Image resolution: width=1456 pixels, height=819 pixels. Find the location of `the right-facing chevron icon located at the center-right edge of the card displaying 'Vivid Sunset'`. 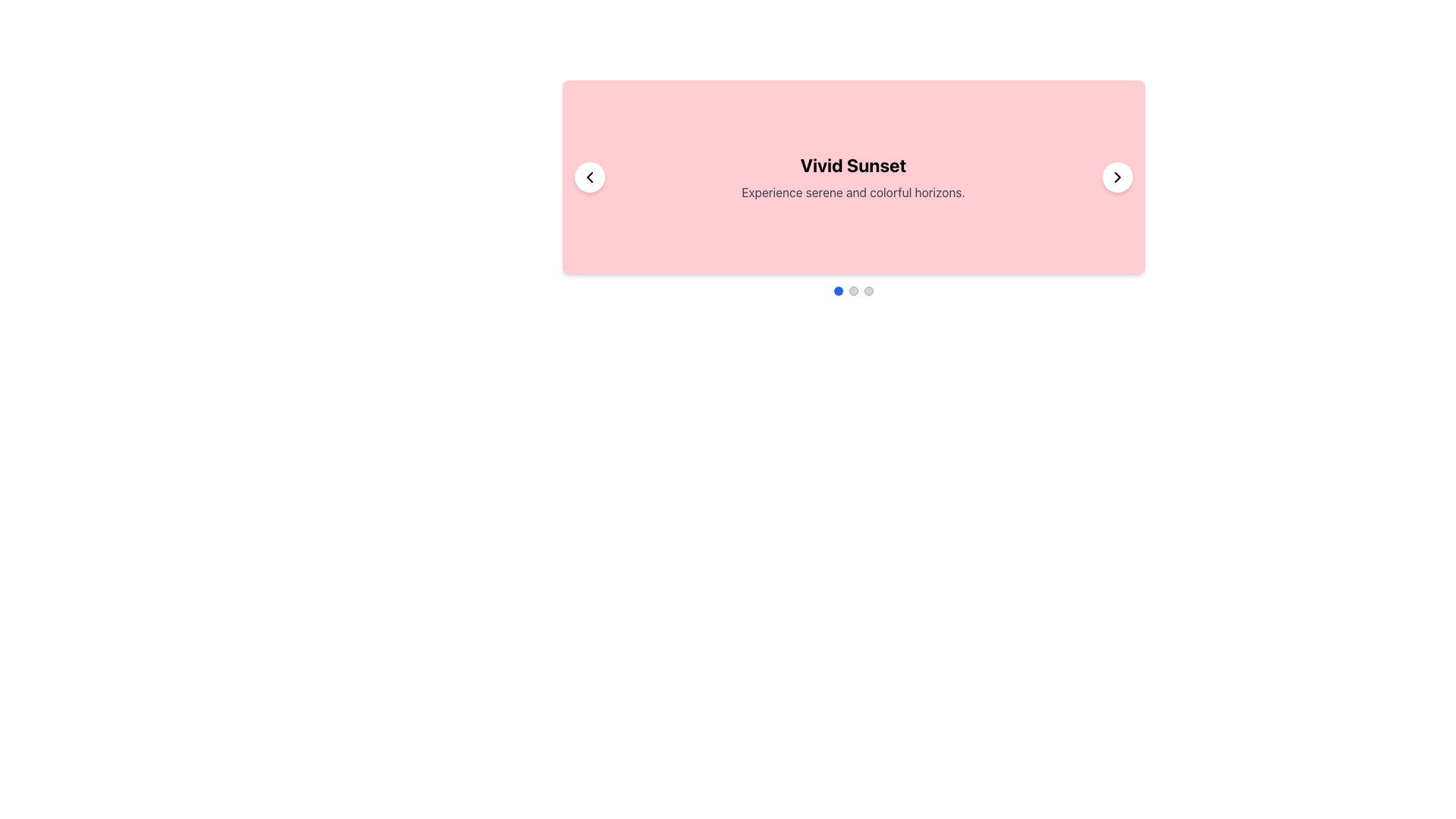

the right-facing chevron icon located at the center-right edge of the card displaying 'Vivid Sunset' is located at coordinates (1117, 177).